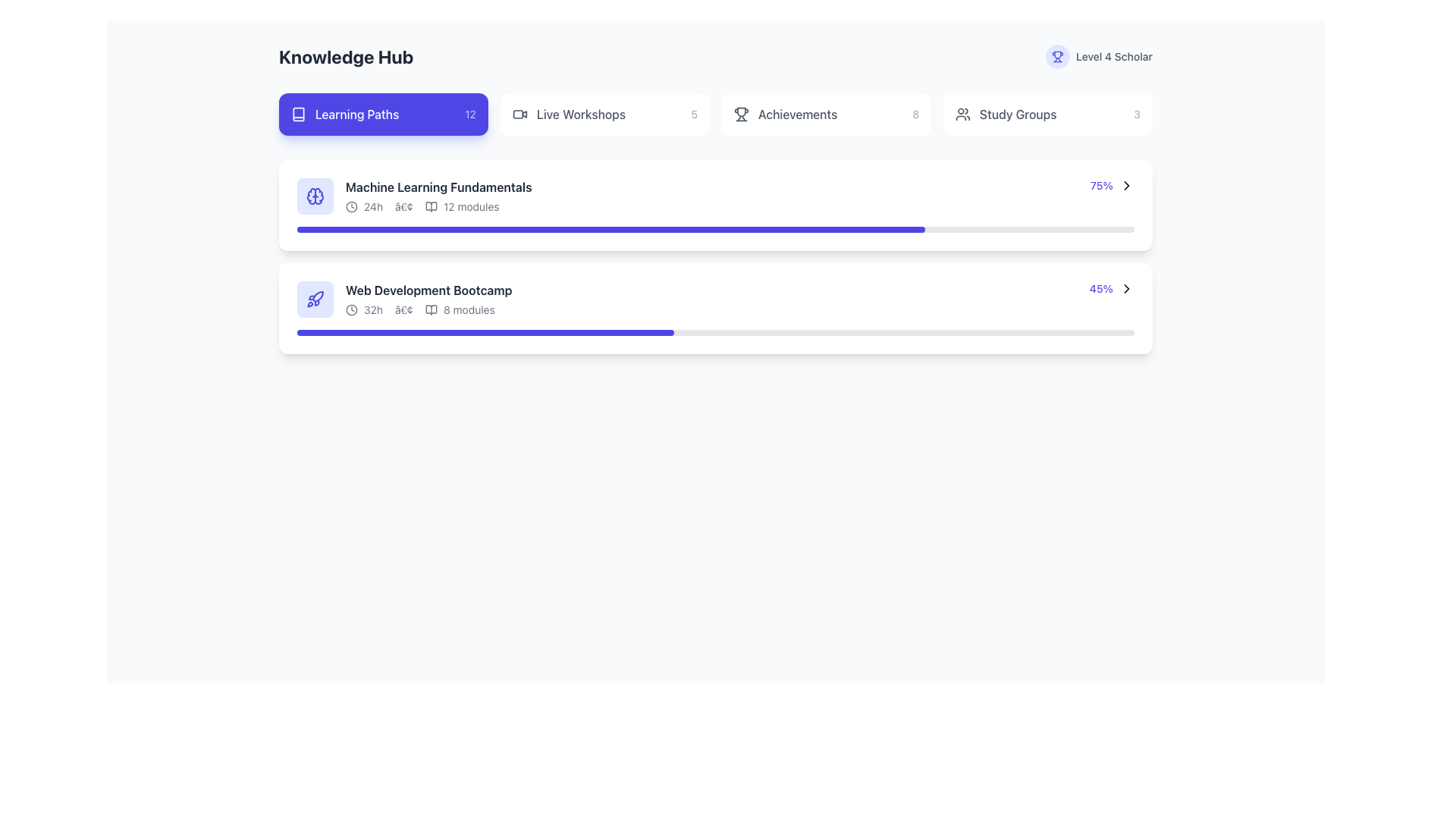  Describe the element at coordinates (1127, 185) in the screenshot. I see `the chevron right icon, which is styled as a vector graphic and serves as a navigational hint located within the second list item` at that location.